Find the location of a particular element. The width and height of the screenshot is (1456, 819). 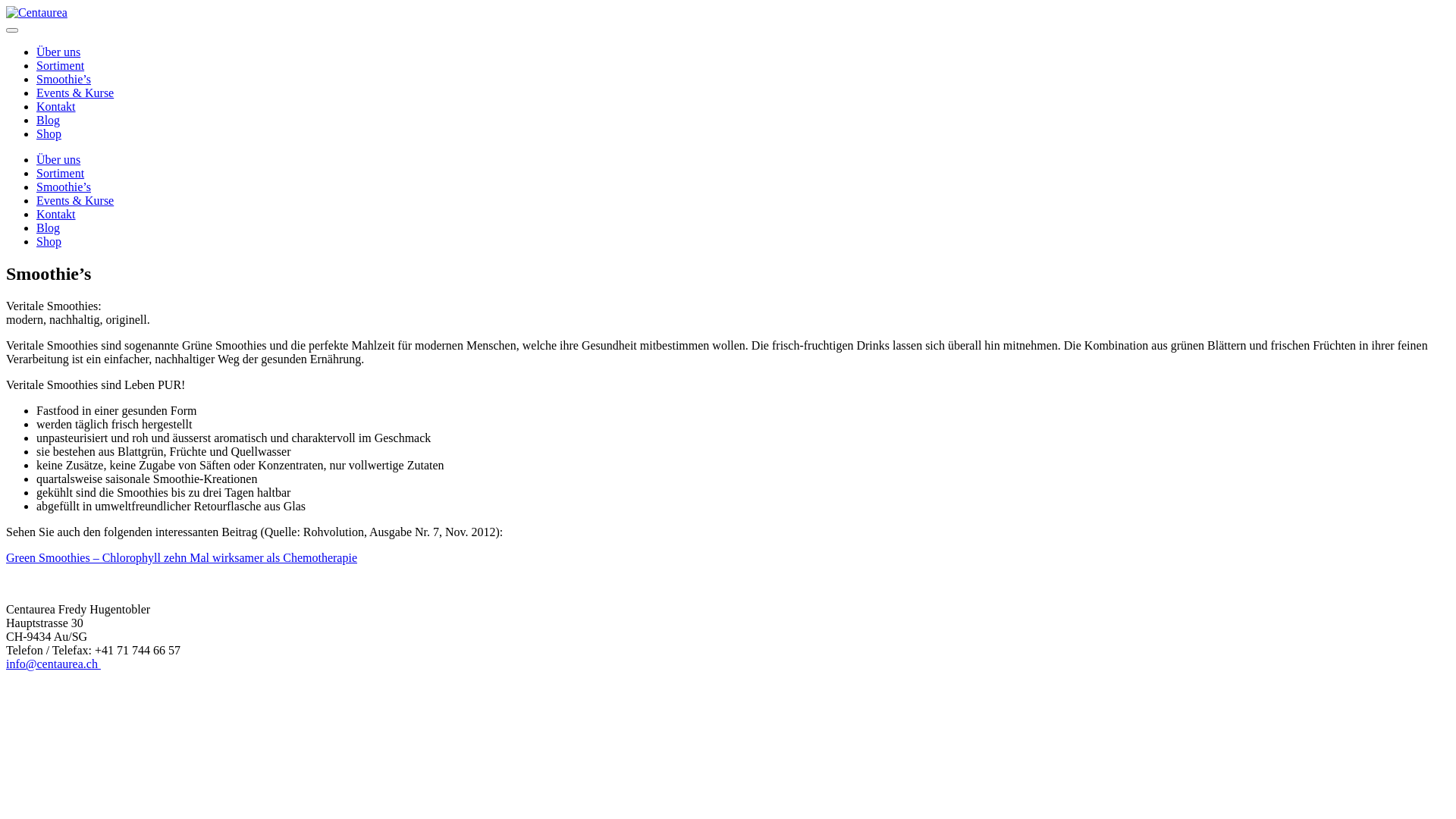

'Events & Kurse' is located at coordinates (36, 199).